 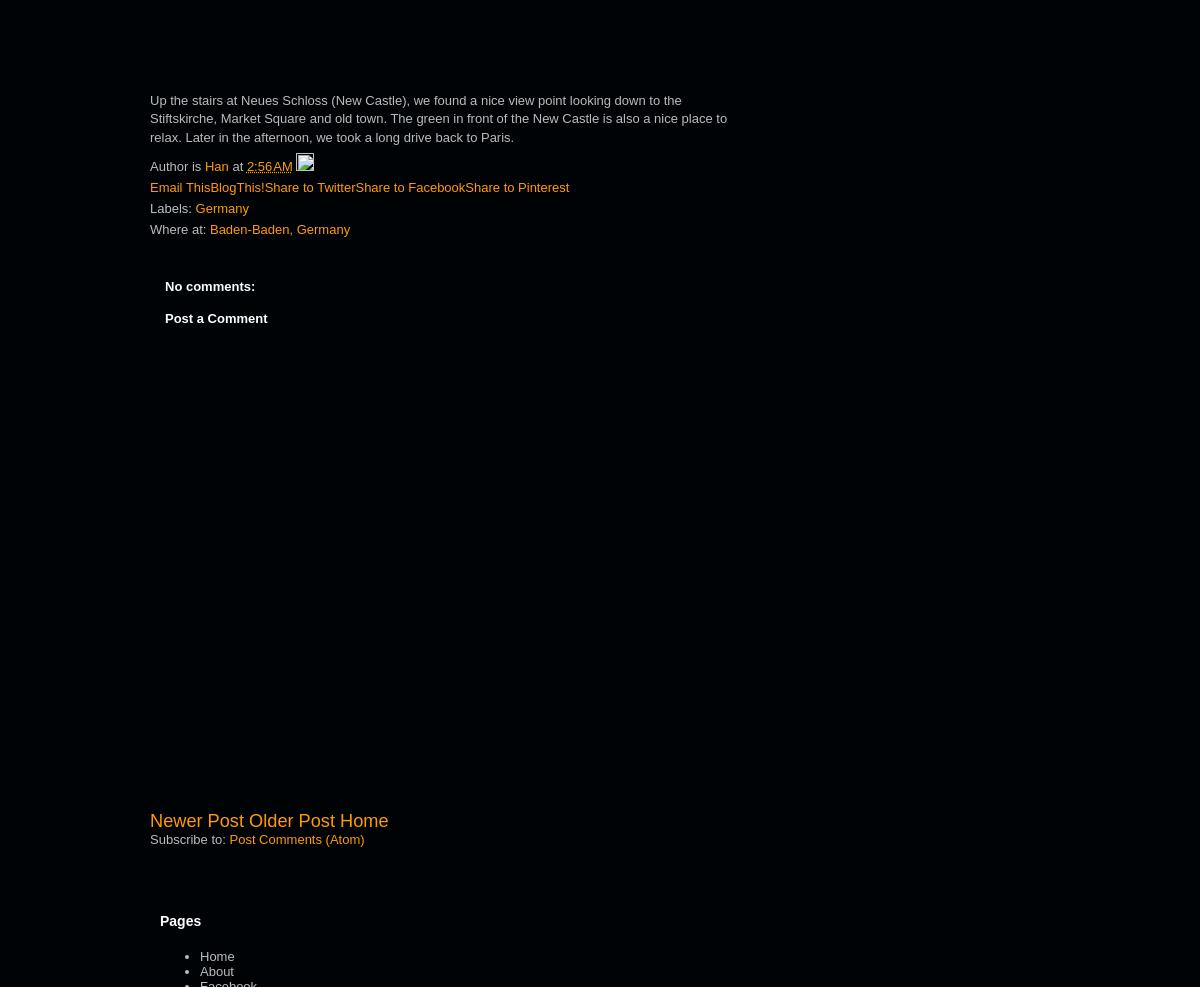 What do you see at coordinates (208, 228) in the screenshot?
I see `'Baden-Baden, Germany'` at bounding box center [208, 228].